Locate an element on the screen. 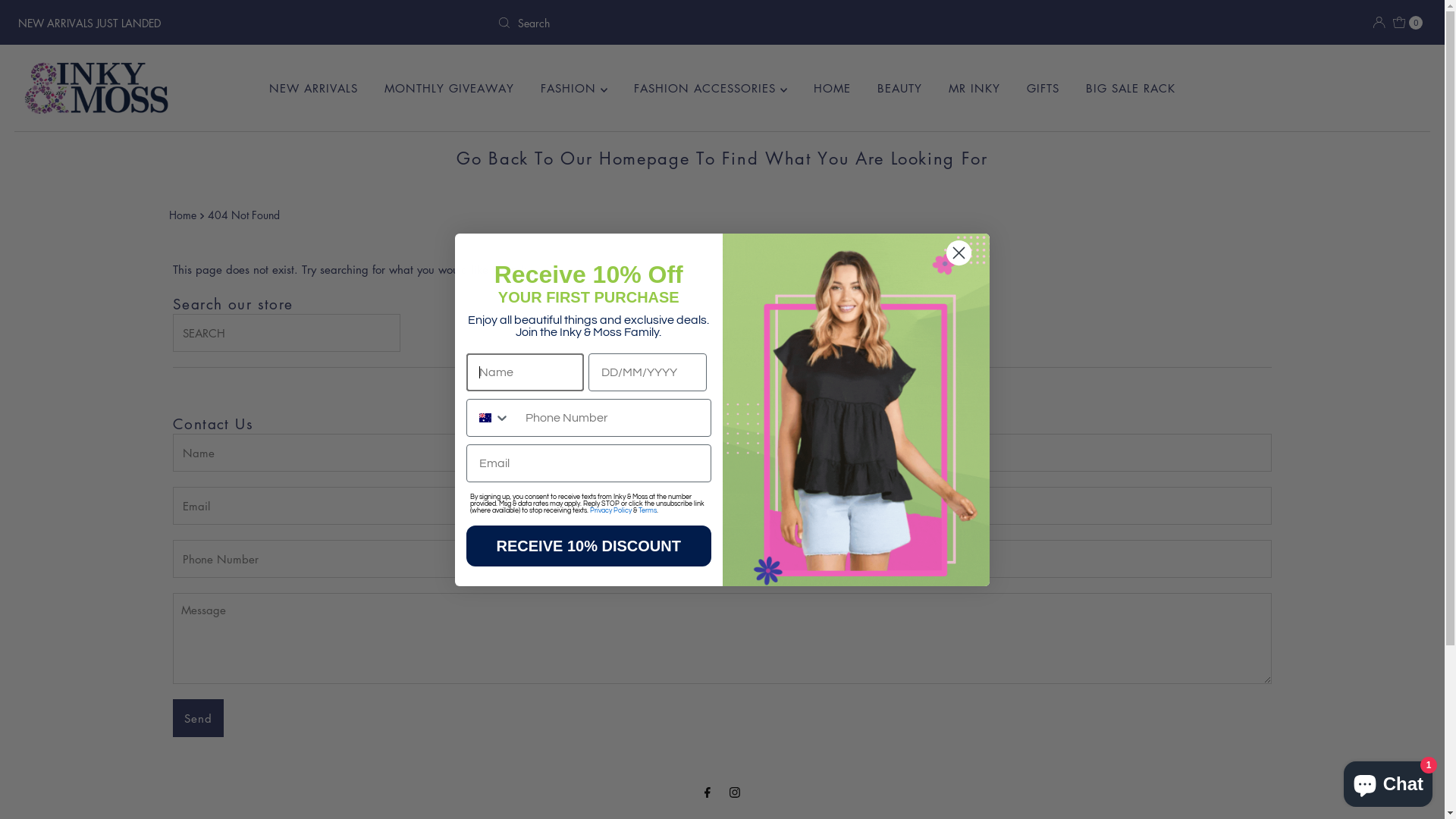 The width and height of the screenshot is (1456, 819). 'Search our store' is located at coordinates (287, 332).